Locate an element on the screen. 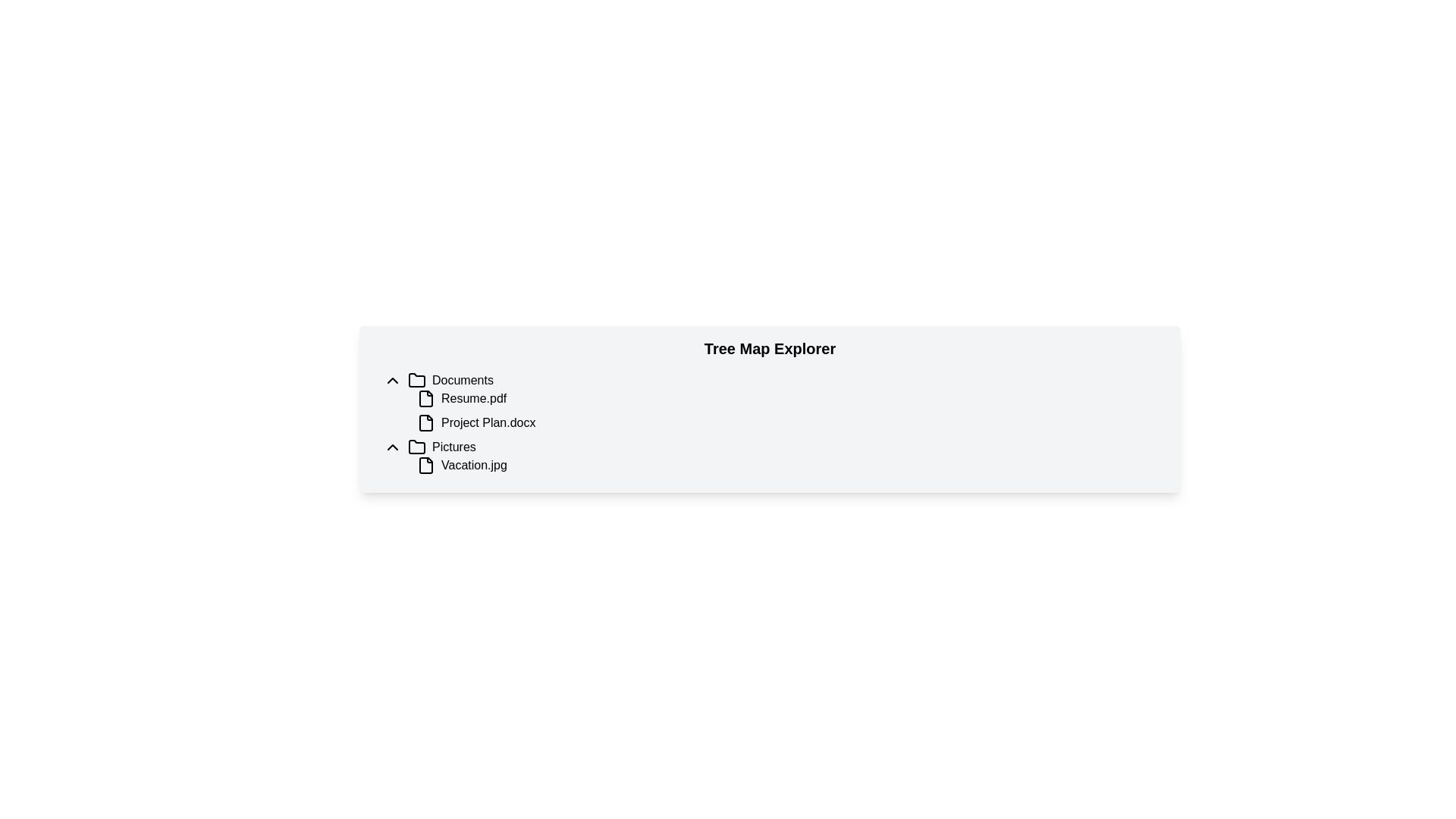 This screenshot has height=819, width=1456. the text label displaying 'Documents' in bold font style, which is part of a horizontal menu alongside a folder icon and an arrow symbol is located at coordinates (462, 379).